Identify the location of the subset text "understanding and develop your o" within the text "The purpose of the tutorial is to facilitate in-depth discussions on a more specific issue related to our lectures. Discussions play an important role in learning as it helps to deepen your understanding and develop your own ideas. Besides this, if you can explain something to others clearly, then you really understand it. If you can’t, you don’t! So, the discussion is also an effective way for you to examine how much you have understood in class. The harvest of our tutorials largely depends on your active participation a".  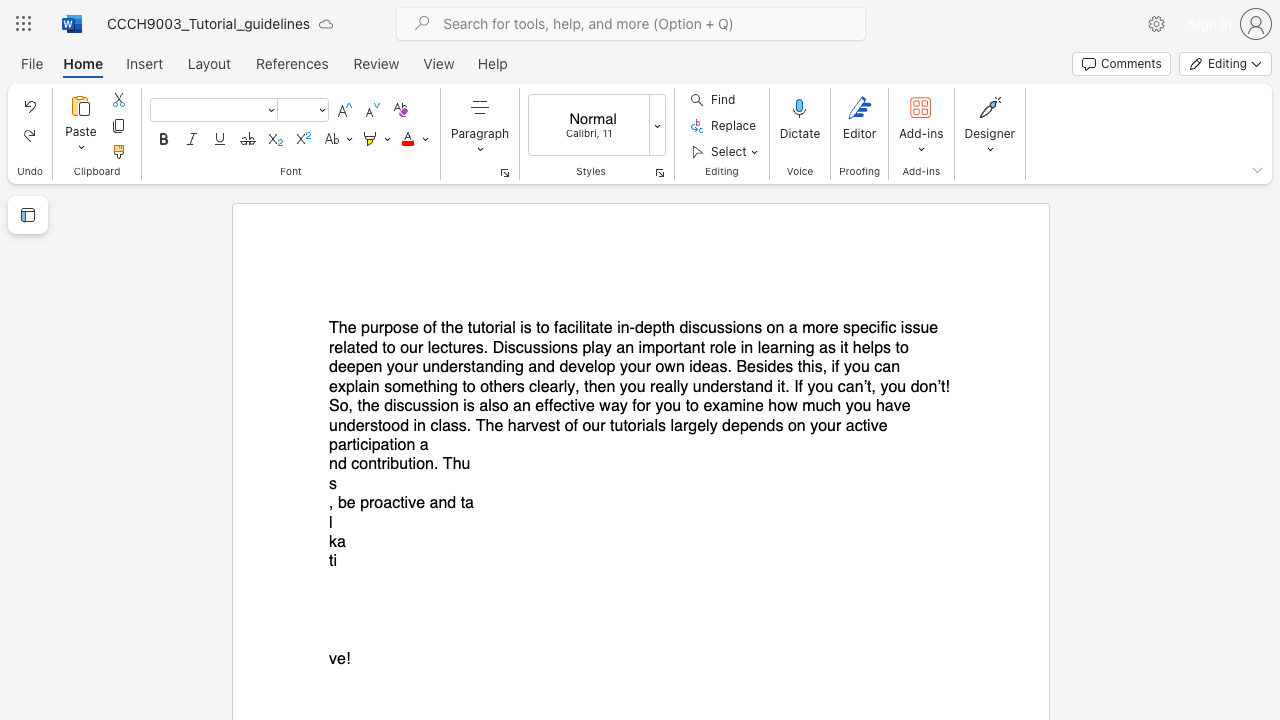
(421, 367).